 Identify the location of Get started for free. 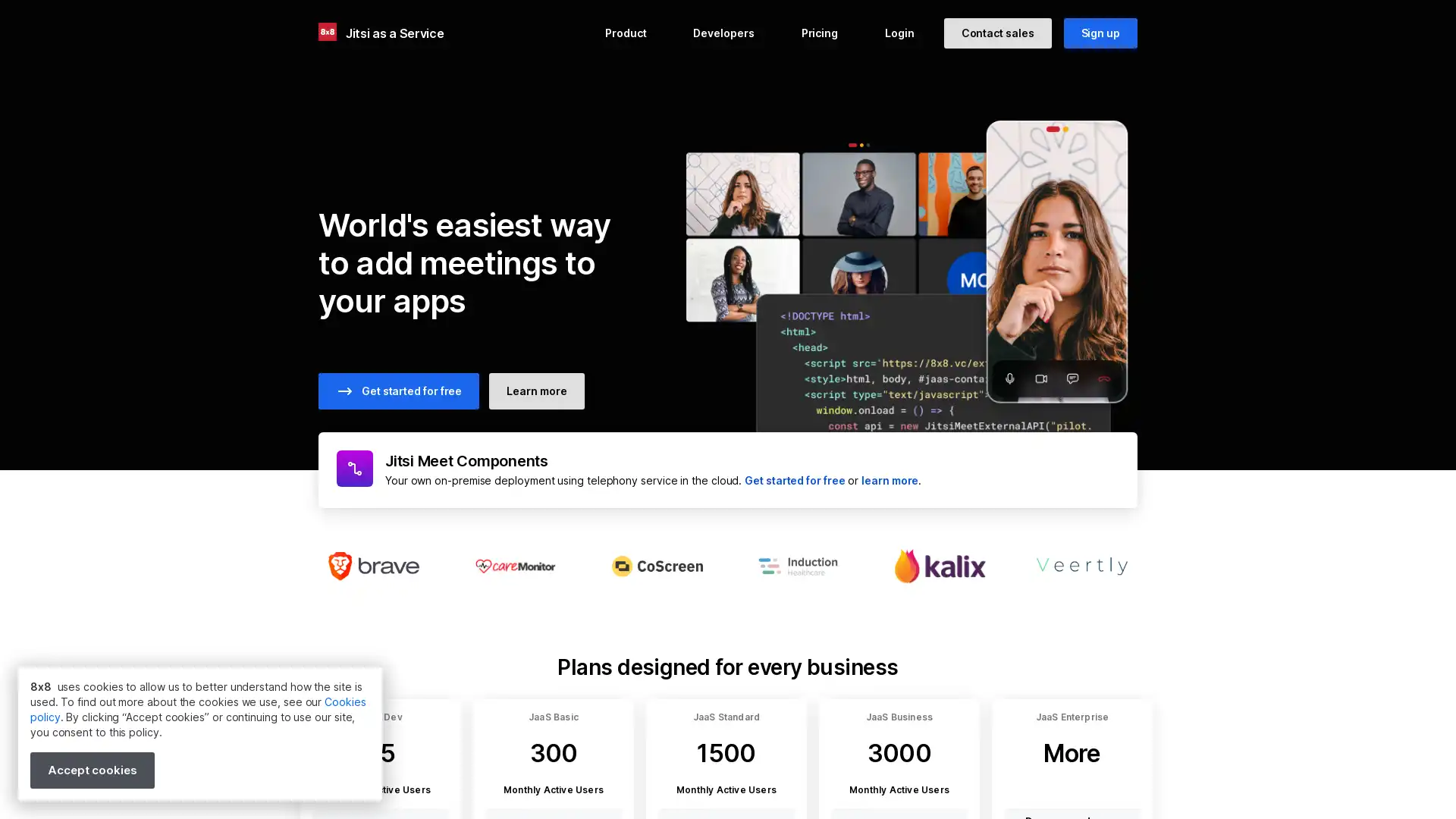
(399, 391).